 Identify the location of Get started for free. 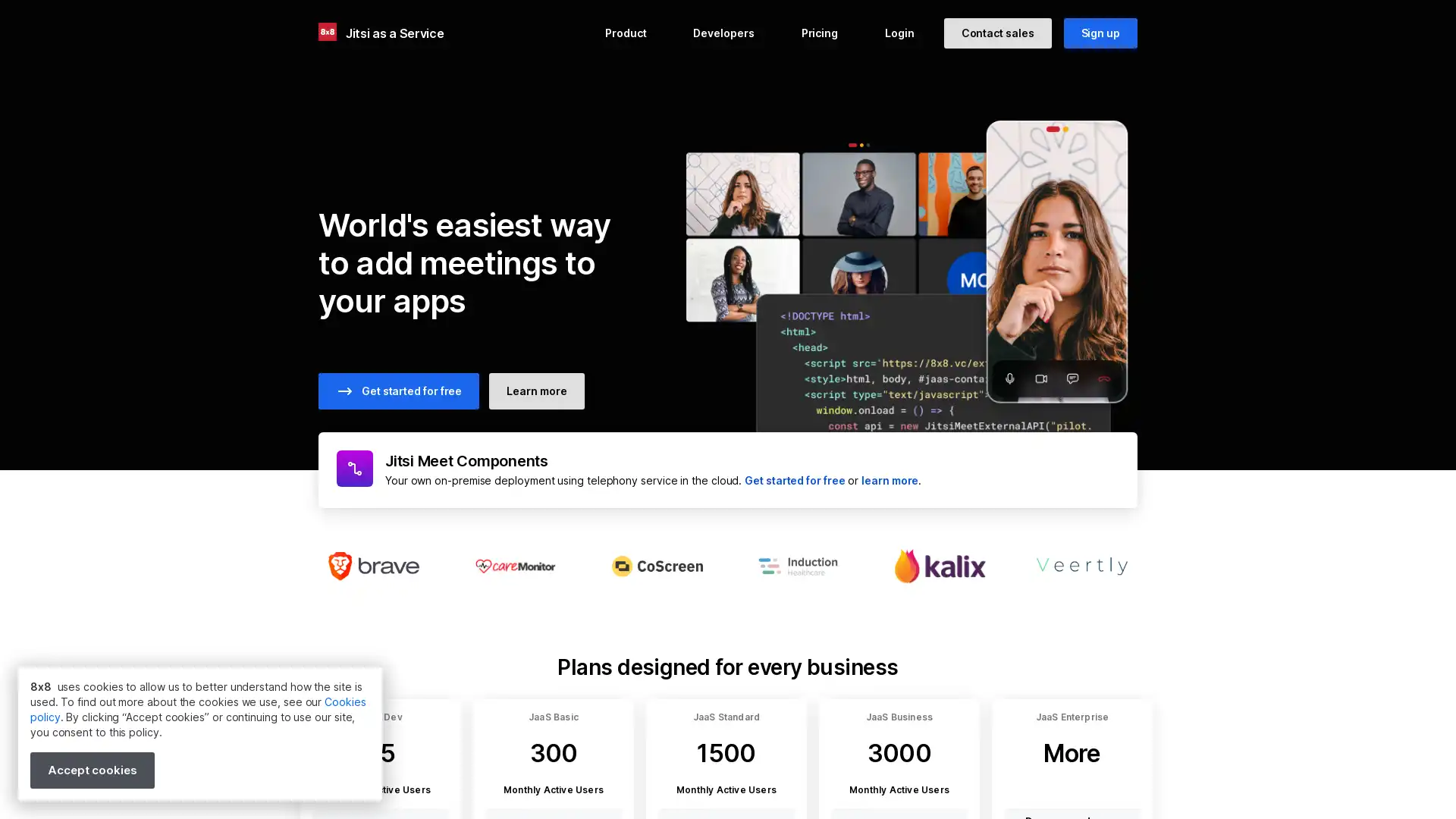
(399, 391).